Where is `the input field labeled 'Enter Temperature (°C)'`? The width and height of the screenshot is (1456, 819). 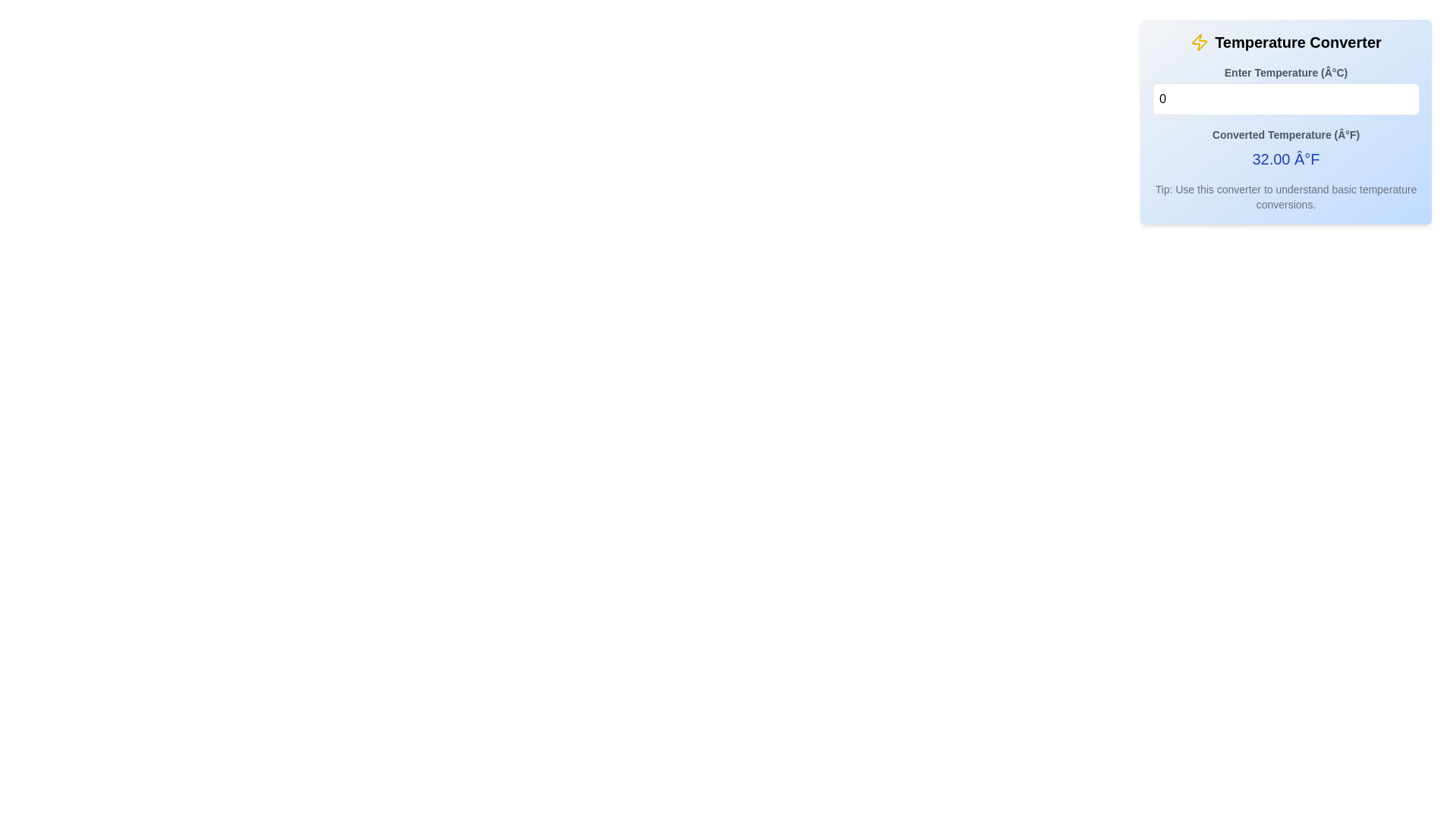
the input field labeled 'Enter Temperature (°C)' is located at coordinates (1285, 90).